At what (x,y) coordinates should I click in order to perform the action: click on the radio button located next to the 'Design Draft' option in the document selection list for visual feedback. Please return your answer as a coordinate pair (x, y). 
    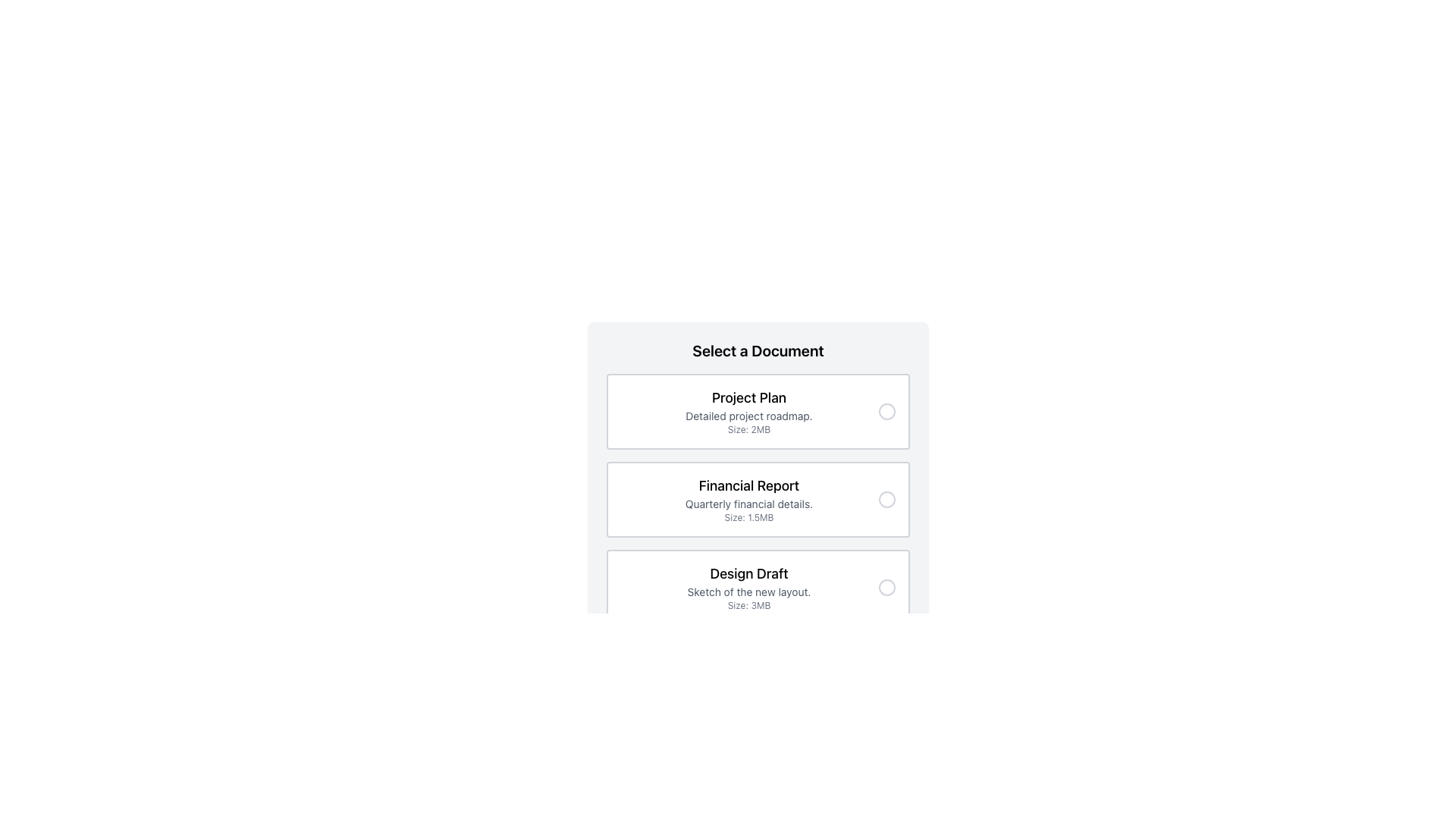
    Looking at the image, I should click on (887, 587).